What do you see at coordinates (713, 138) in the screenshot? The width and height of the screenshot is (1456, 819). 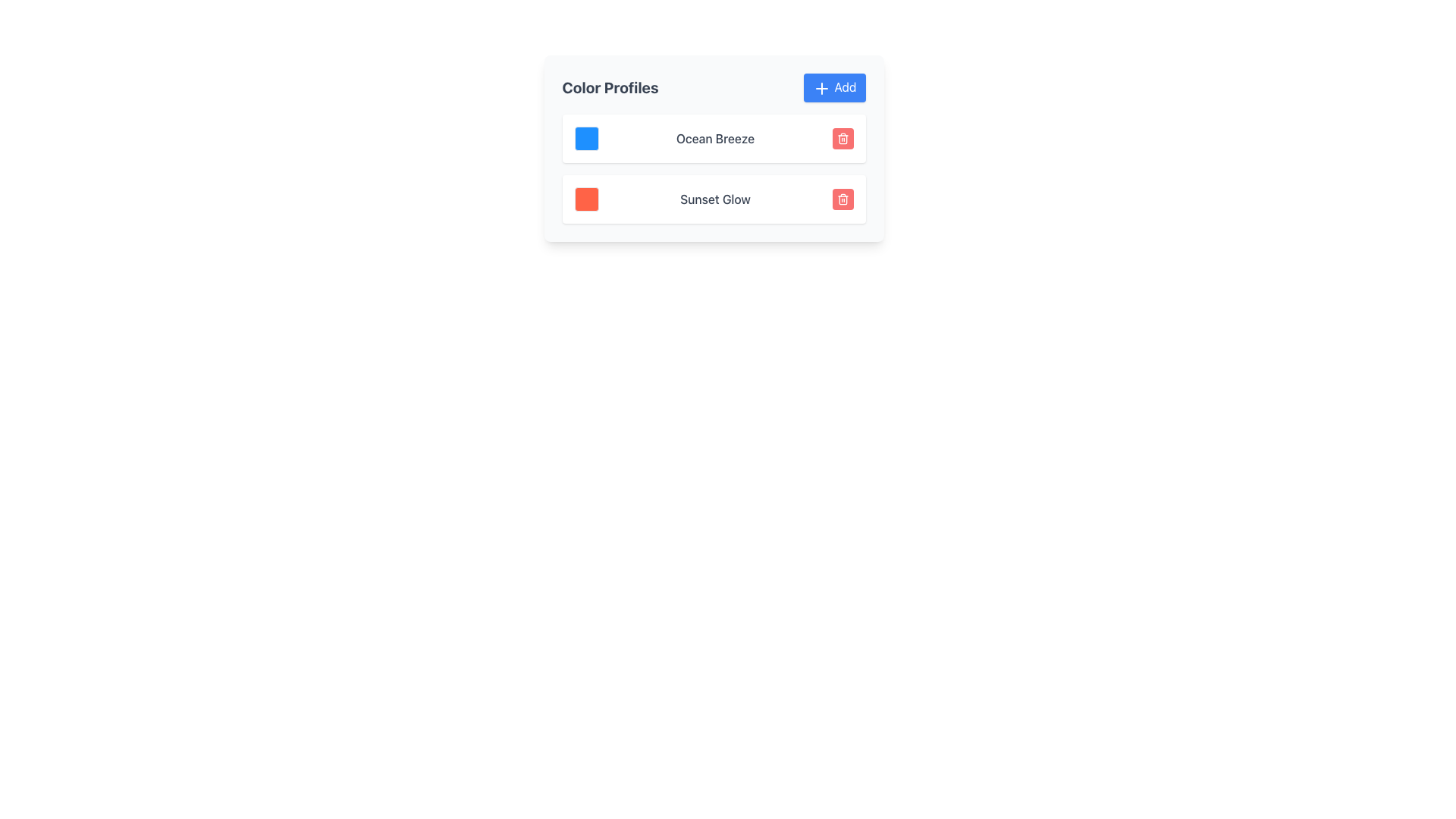 I see `the text label 'Ocean Breeze' in the first entry of the 'Color Profiles' list by moving the cursor to its center and clicking` at bounding box center [713, 138].